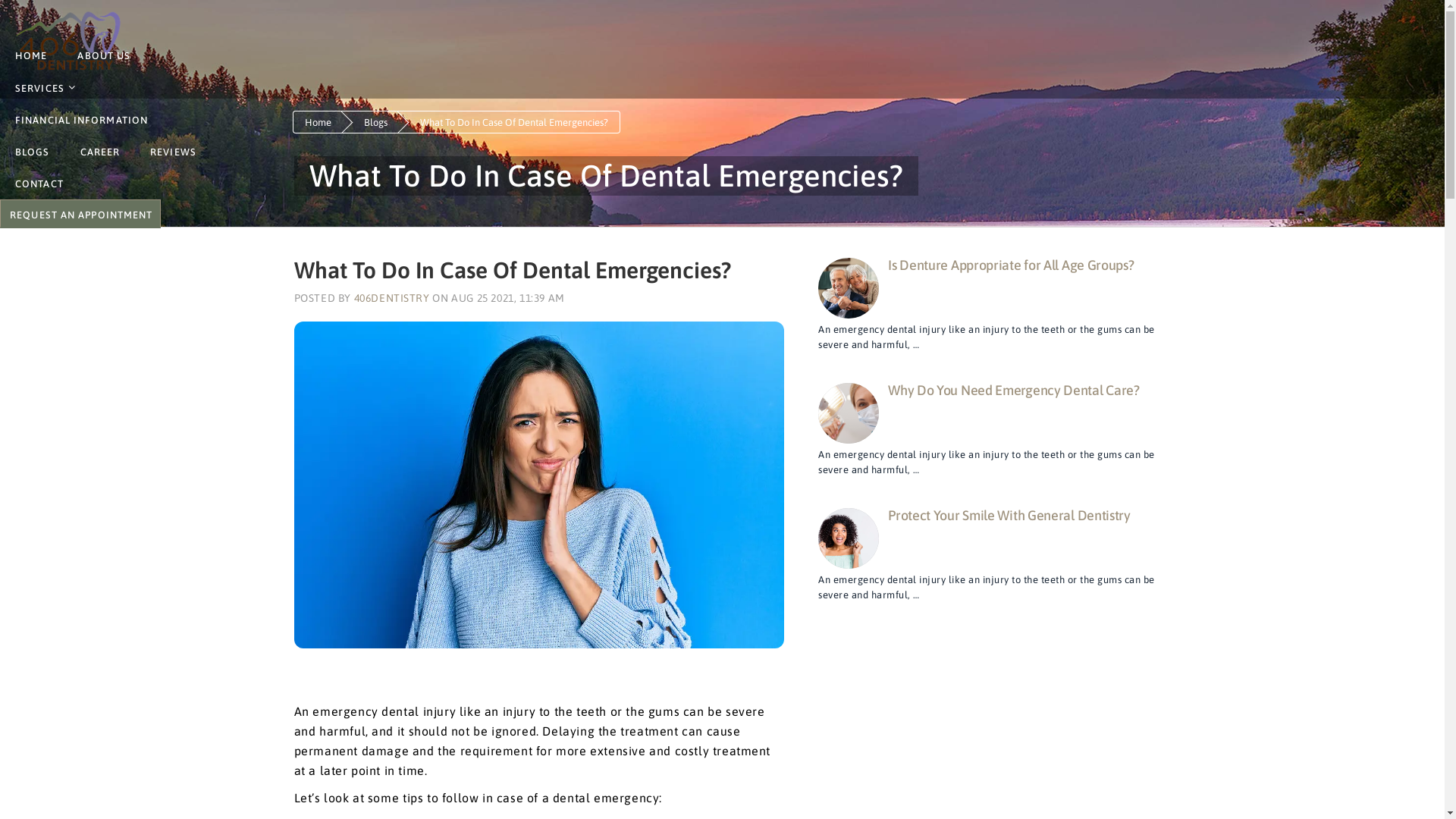  What do you see at coordinates (103, 55) in the screenshot?
I see `'ABOUT US'` at bounding box center [103, 55].